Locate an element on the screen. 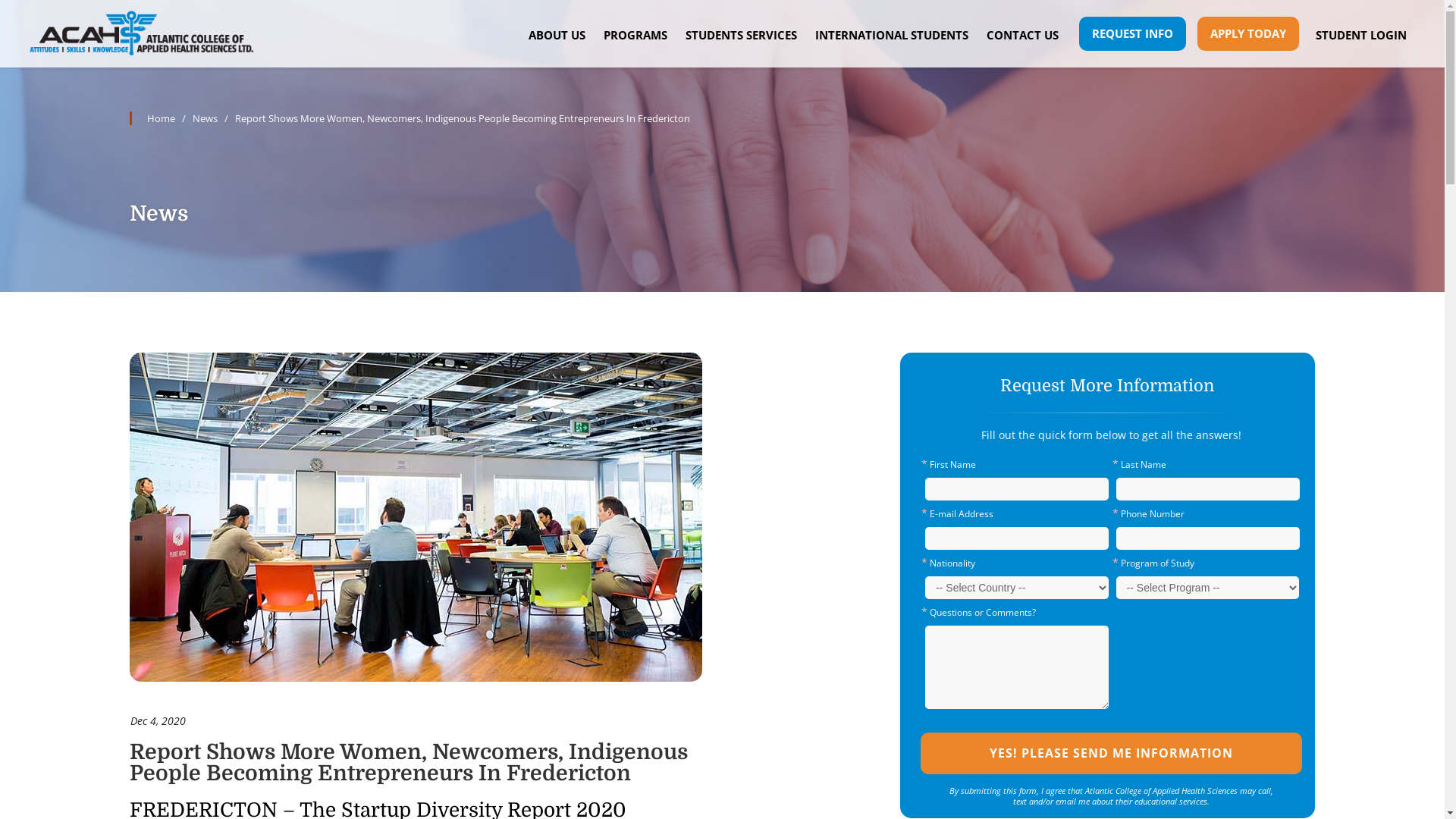 Image resolution: width=1456 pixels, height=819 pixels. 'YES! PLEASE SEND ME INFORMATION' is located at coordinates (1111, 753).